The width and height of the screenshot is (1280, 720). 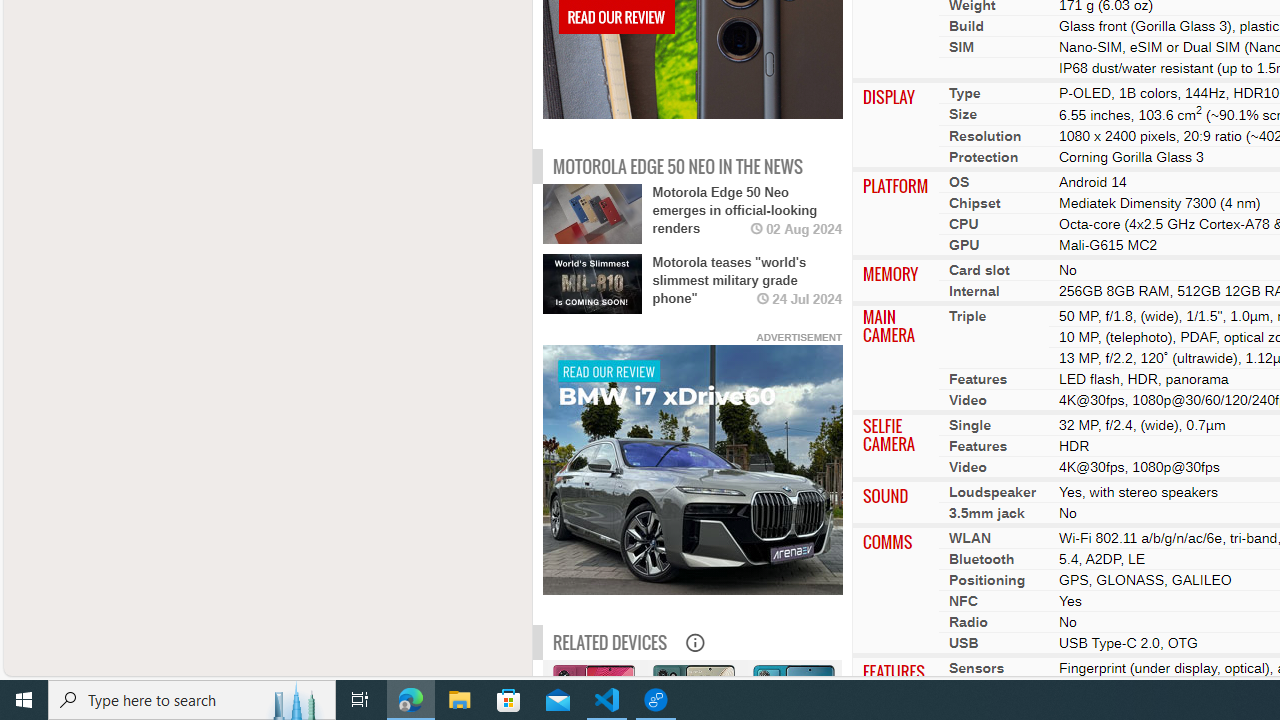 I want to click on 'Resolution', so click(x=984, y=135).